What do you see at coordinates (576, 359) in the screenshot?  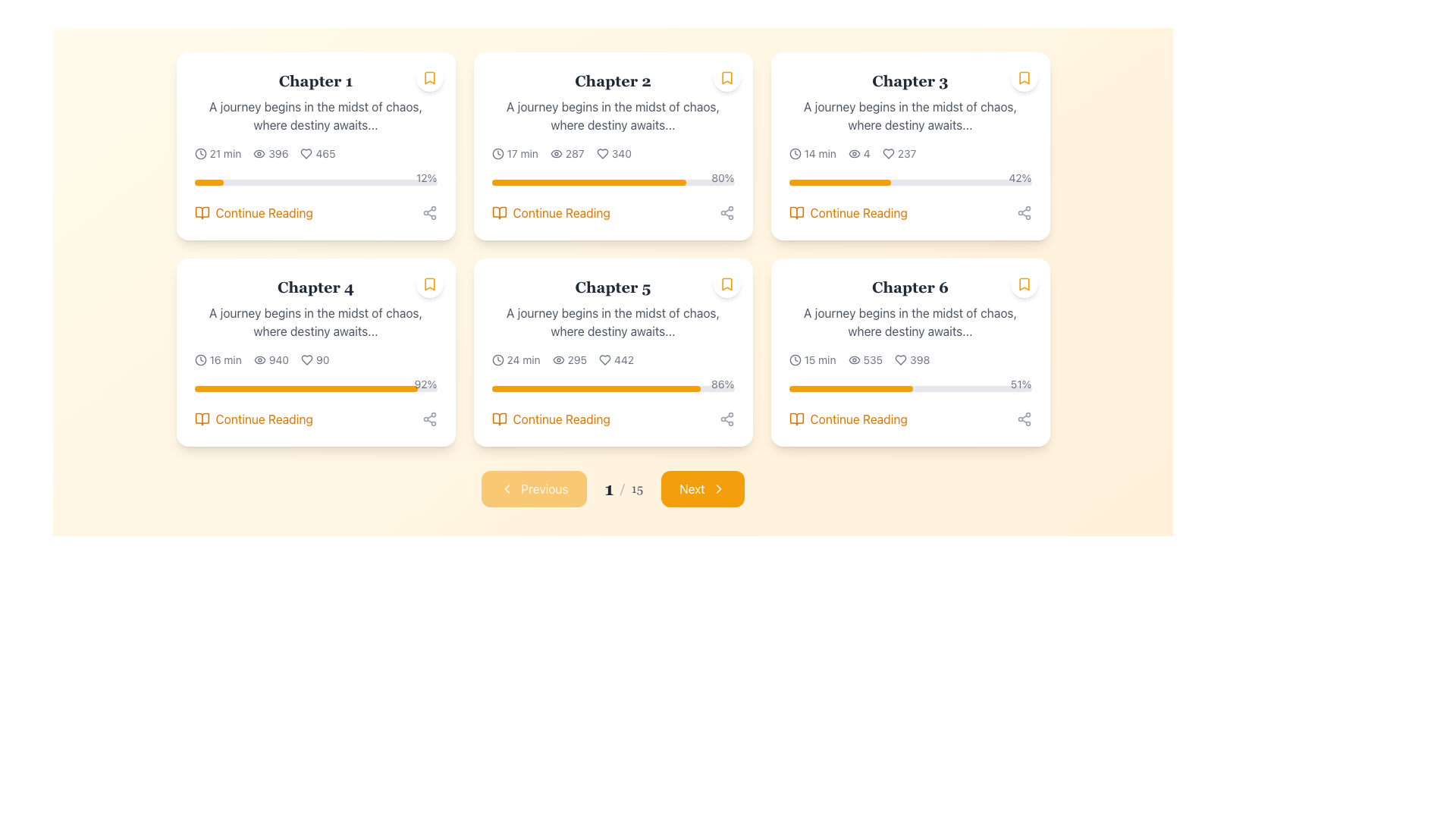 I see `the label displaying the numeric count '295' which indicates the view count for Chapter 5, located to the right of an eye icon` at bounding box center [576, 359].